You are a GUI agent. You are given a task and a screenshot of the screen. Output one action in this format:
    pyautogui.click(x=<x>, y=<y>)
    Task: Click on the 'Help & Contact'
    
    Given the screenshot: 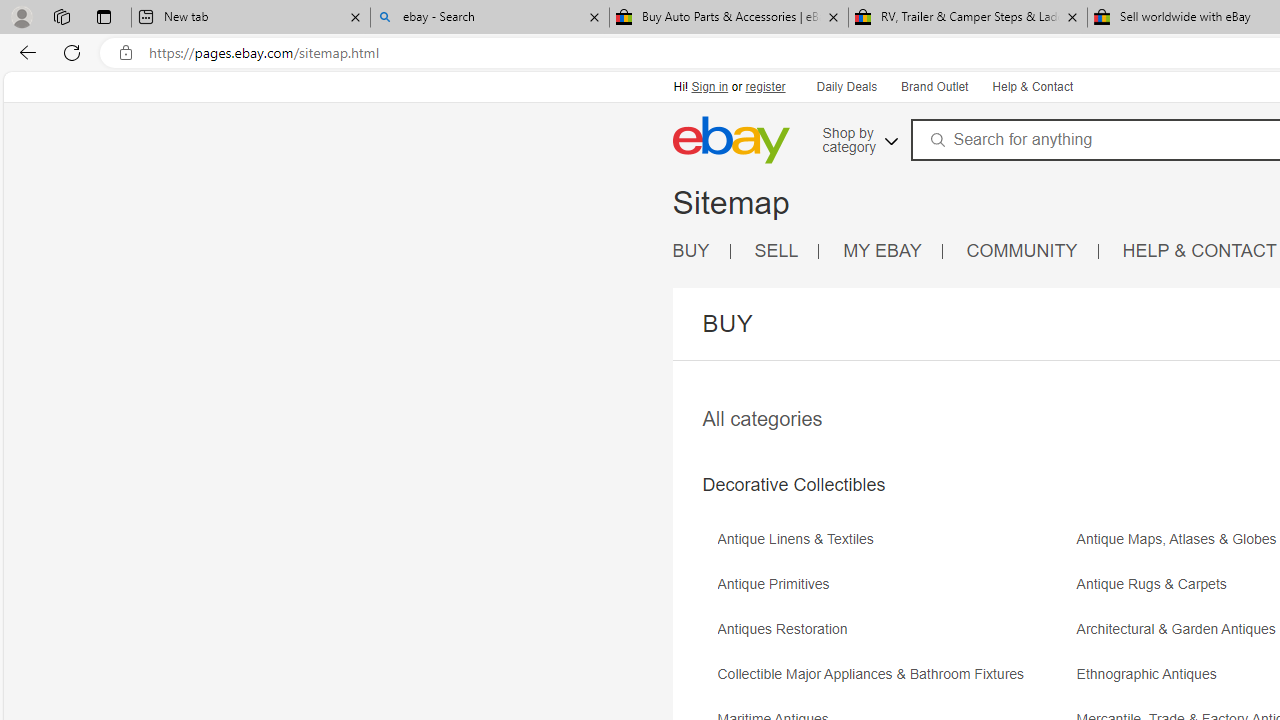 What is the action you would take?
    pyautogui.click(x=1032, y=87)
    